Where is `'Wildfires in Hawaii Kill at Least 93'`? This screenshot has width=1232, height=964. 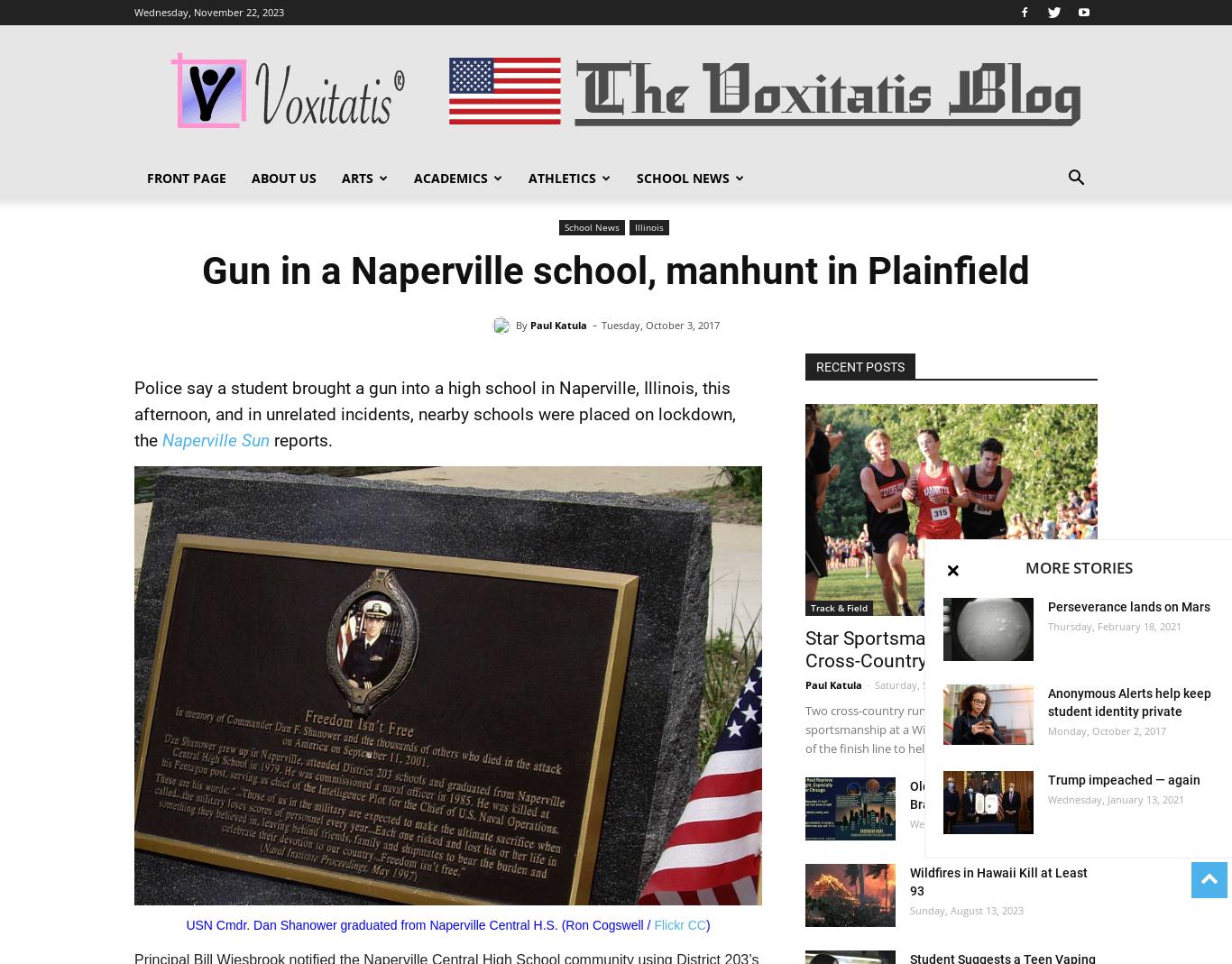
'Wildfires in Hawaii Kill at Least 93' is located at coordinates (910, 882).